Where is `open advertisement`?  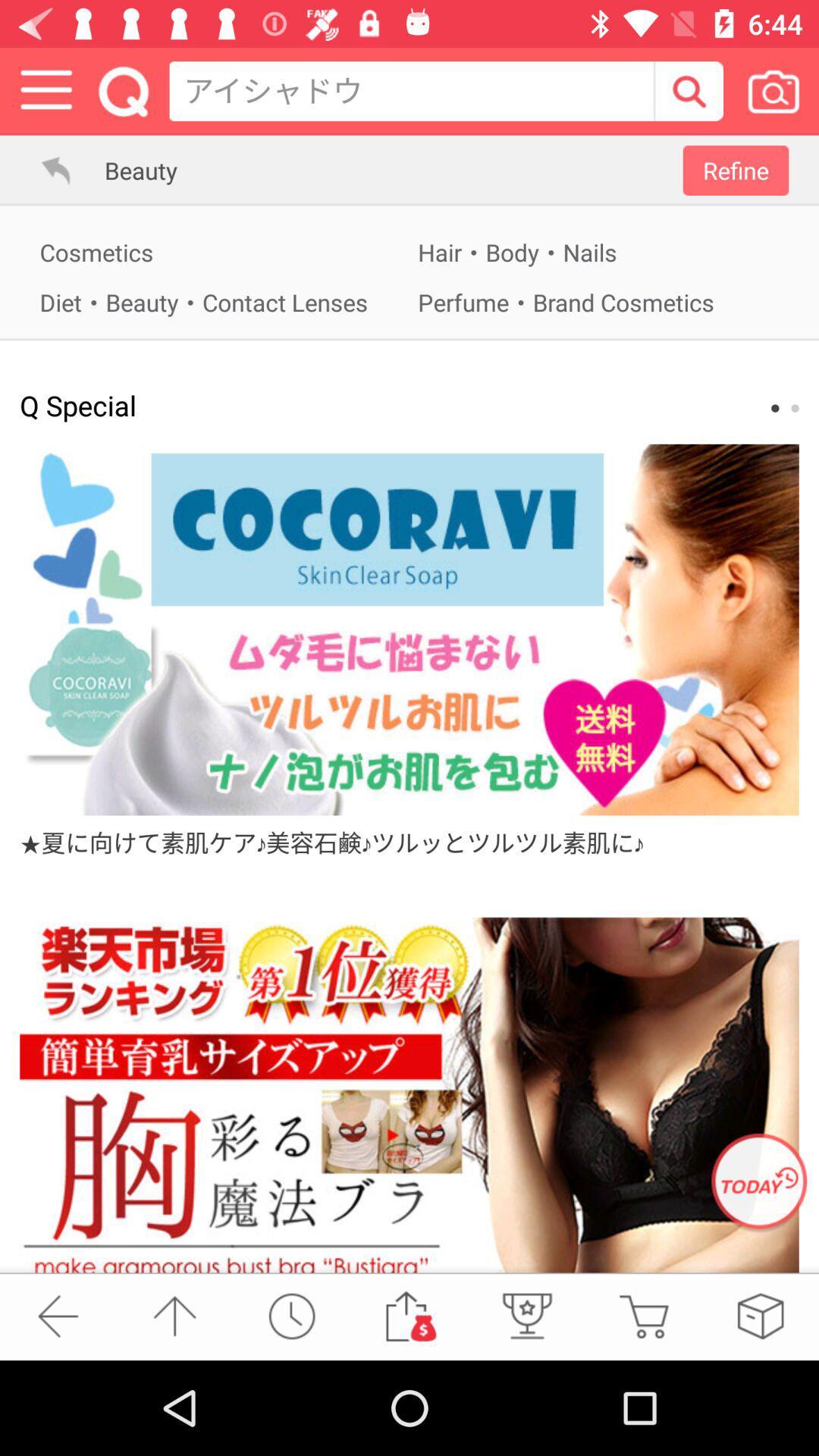 open advertisement is located at coordinates (409, 1095).